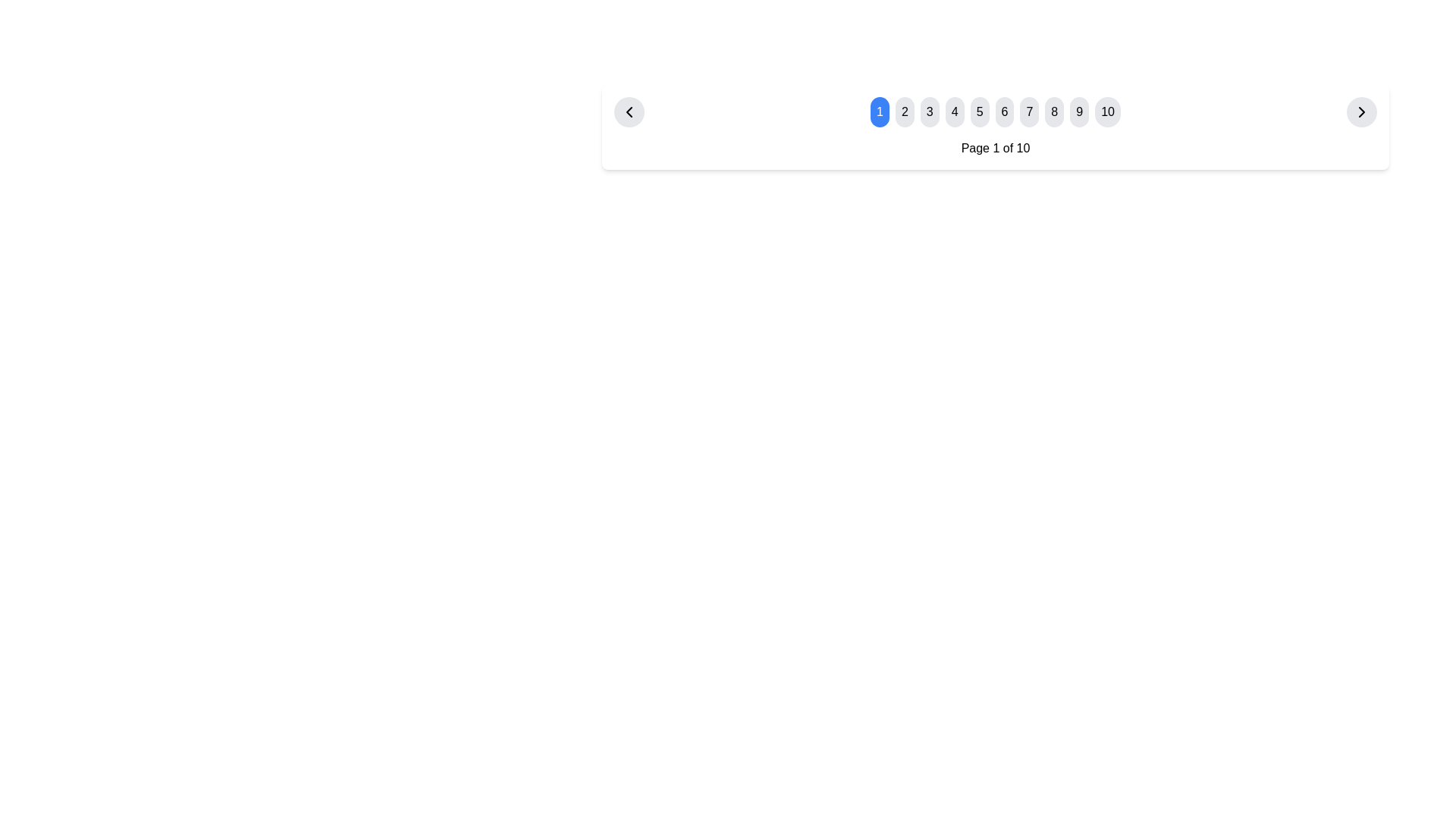 Image resolution: width=1456 pixels, height=819 pixels. Describe the element at coordinates (1053, 111) in the screenshot. I see `the pagination button labeled '8'` at that location.